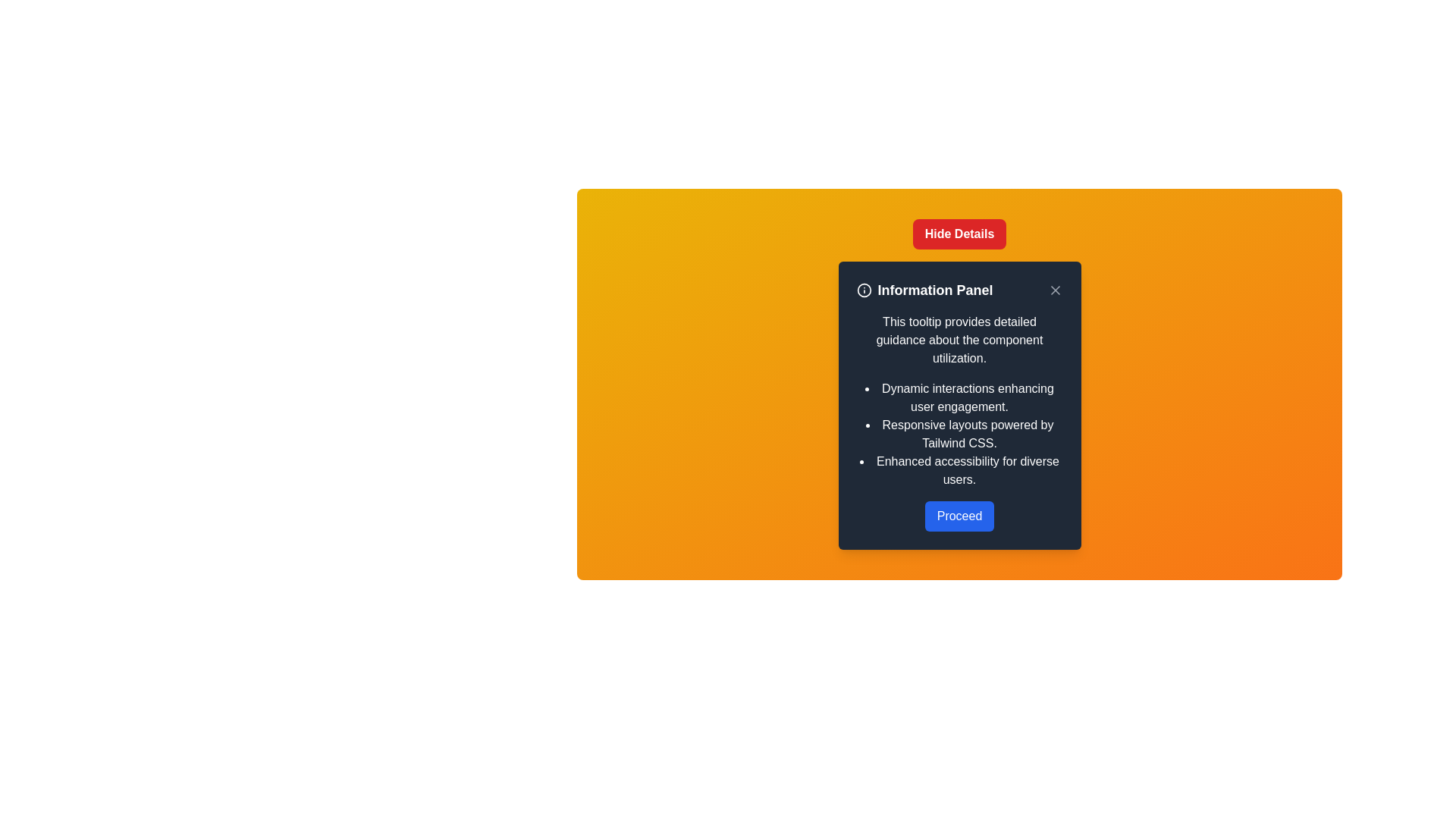 The image size is (1456, 819). What do you see at coordinates (959, 516) in the screenshot?
I see `the 'Proceed' button with white text on a blue background located at the bottom center of the 'Information Panel'` at bounding box center [959, 516].